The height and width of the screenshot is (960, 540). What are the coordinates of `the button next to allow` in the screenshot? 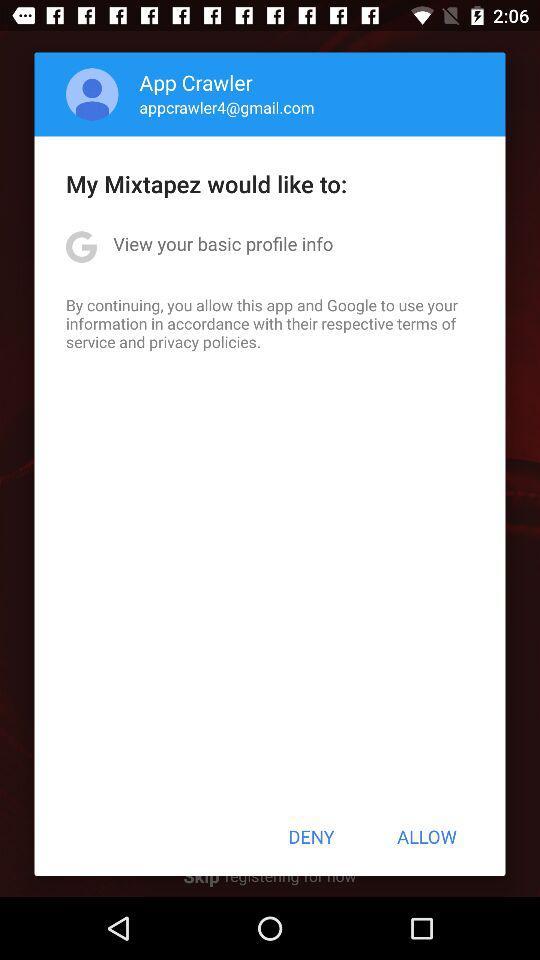 It's located at (311, 836).